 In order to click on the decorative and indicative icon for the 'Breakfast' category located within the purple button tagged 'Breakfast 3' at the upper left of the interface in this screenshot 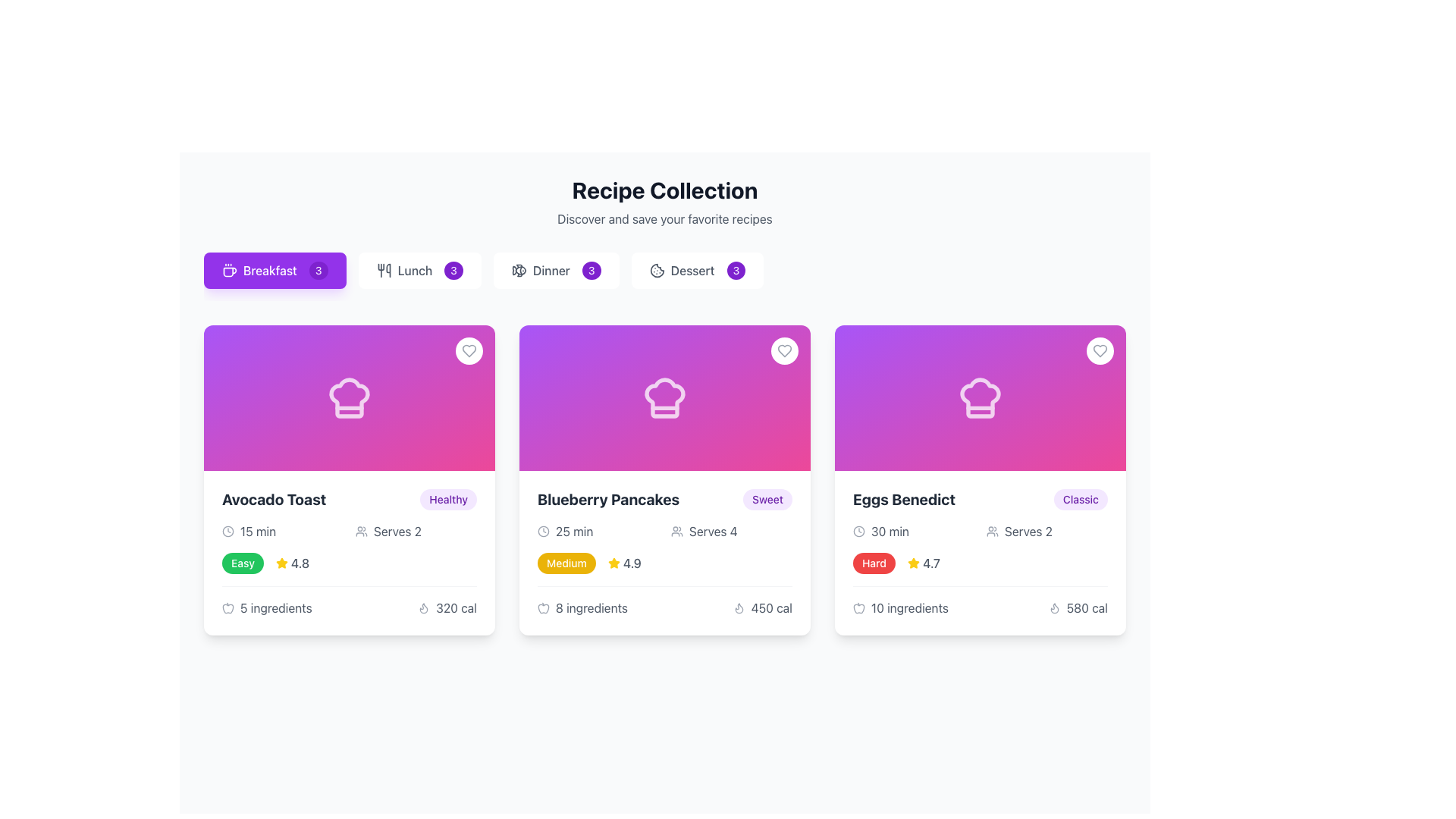, I will do `click(228, 270)`.